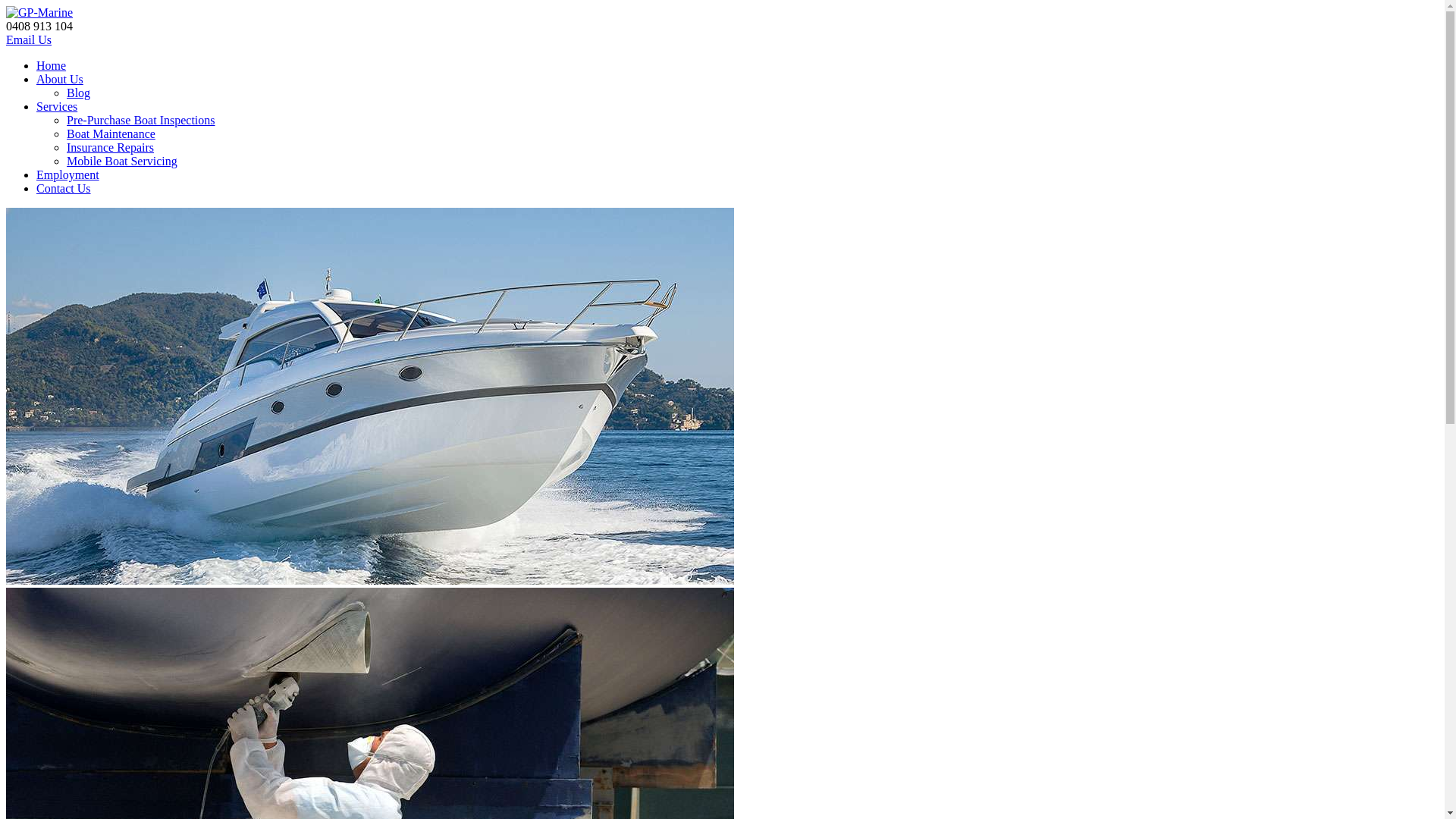 Image resolution: width=1456 pixels, height=819 pixels. What do you see at coordinates (67, 174) in the screenshot?
I see `'Employment'` at bounding box center [67, 174].